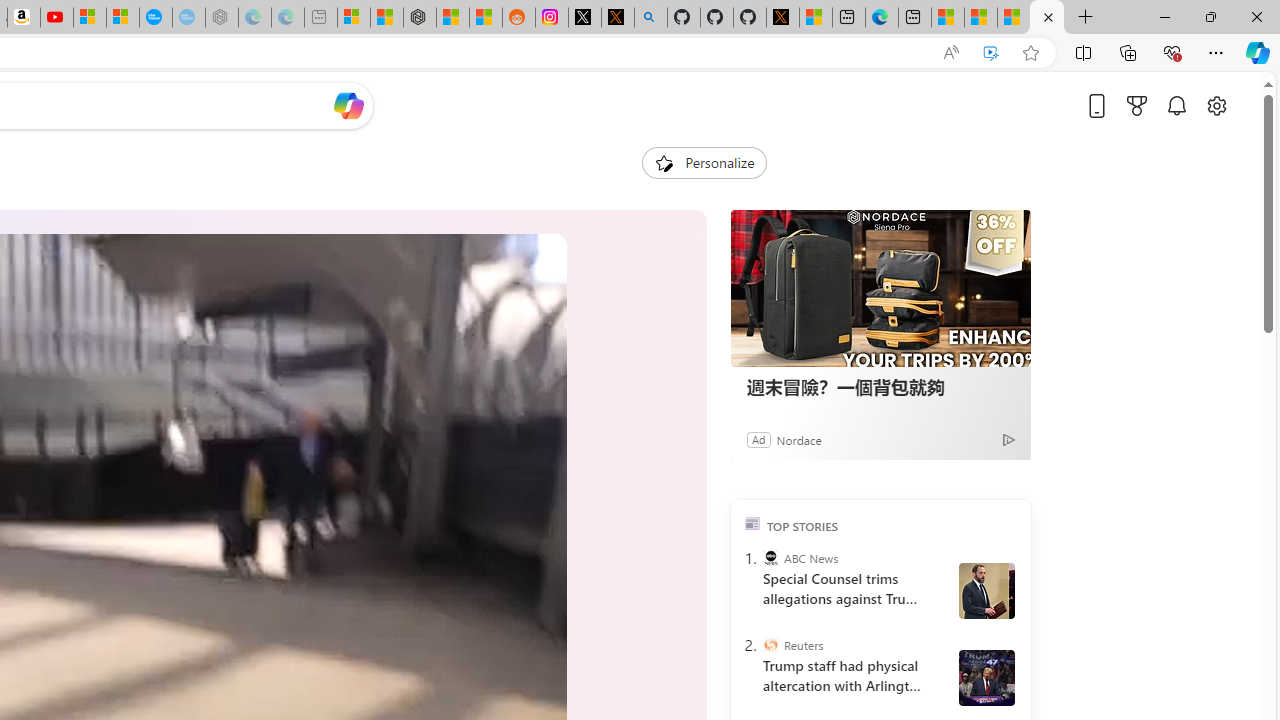 Image resolution: width=1280 pixels, height=720 pixels. What do you see at coordinates (769, 645) in the screenshot?
I see `'Reuters'` at bounding box center [769, 645].